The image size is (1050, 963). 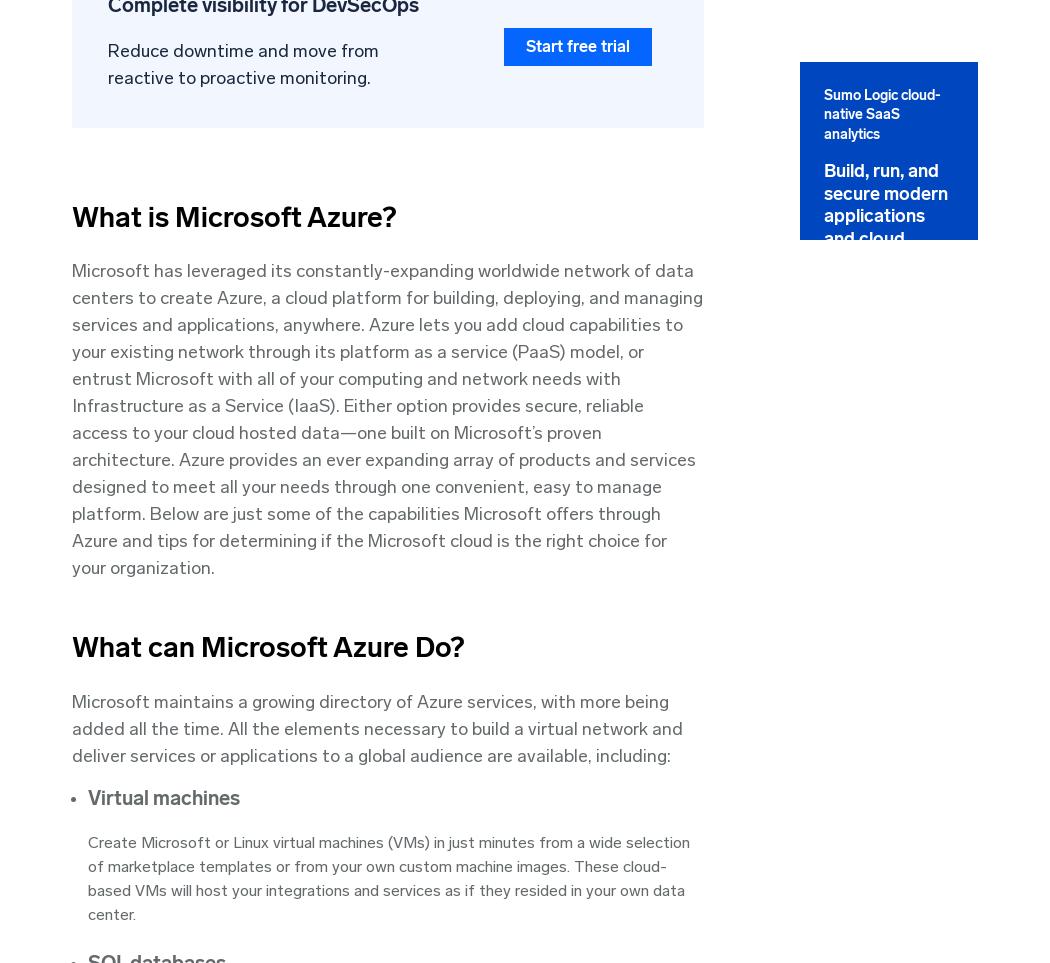 I want to click on 'Community', so click(x=85, y=629).